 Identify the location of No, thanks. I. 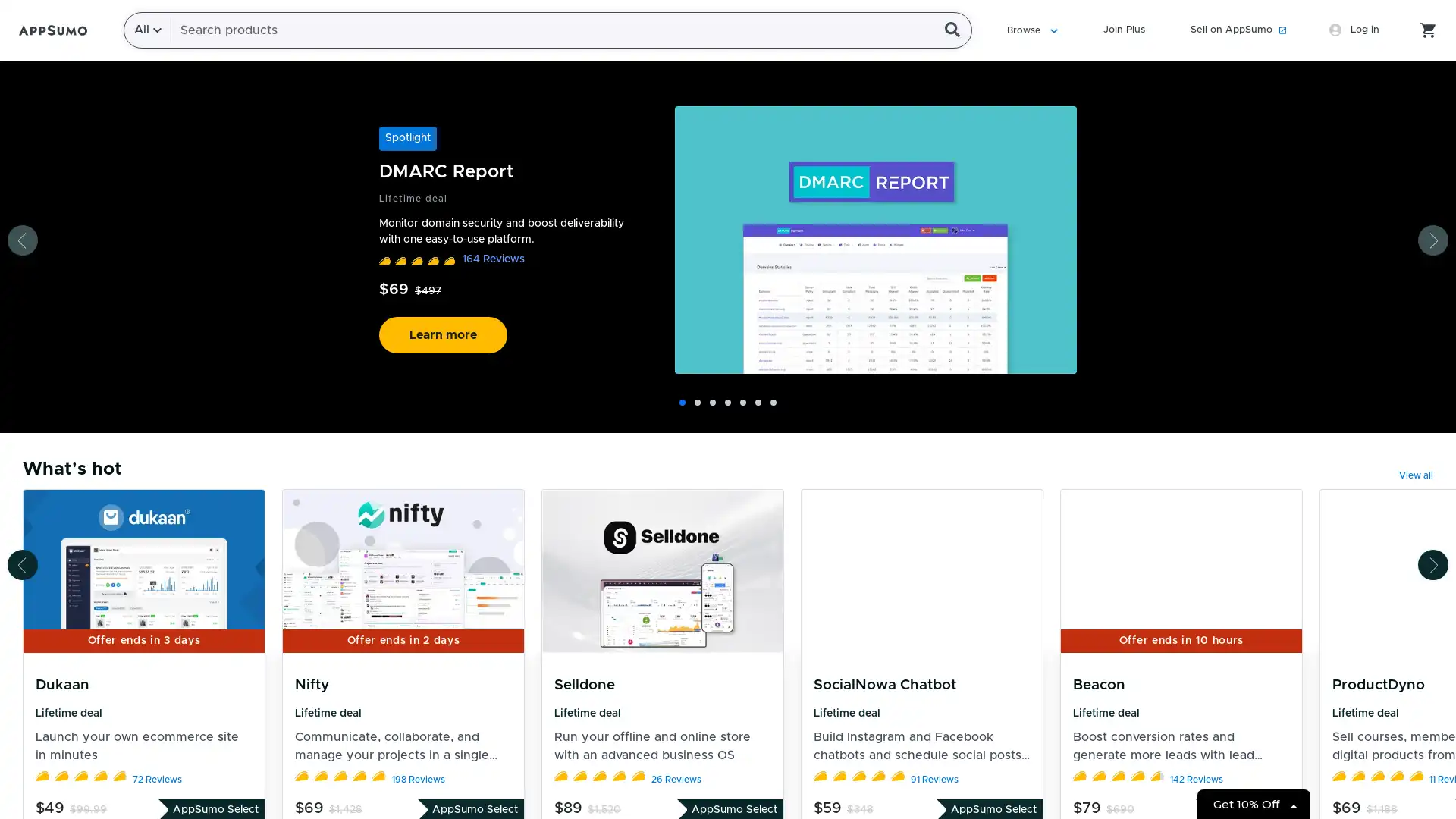
(731, 406).